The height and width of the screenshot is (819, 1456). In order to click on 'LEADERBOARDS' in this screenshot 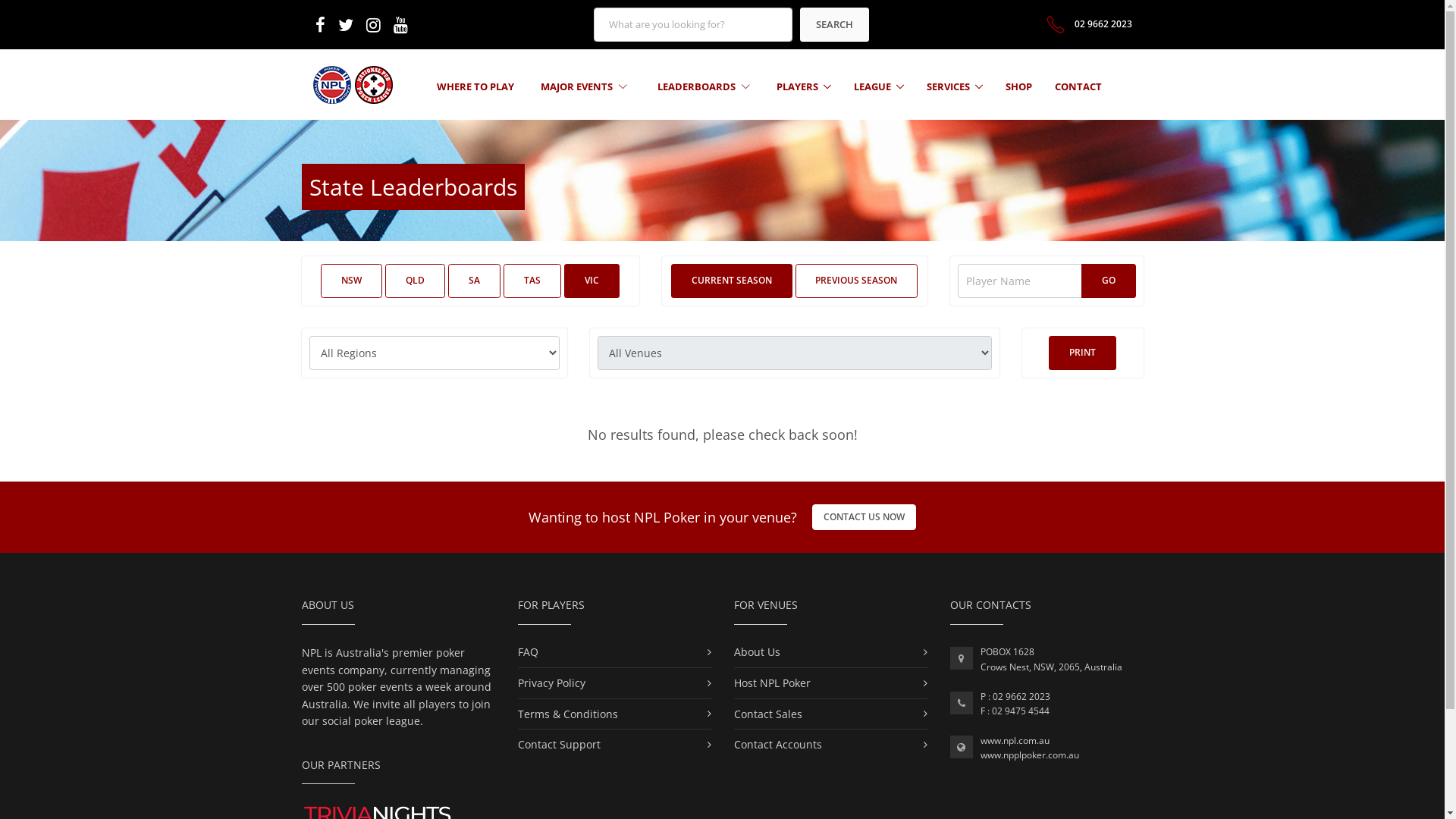, I will do `click(702, 86)`.